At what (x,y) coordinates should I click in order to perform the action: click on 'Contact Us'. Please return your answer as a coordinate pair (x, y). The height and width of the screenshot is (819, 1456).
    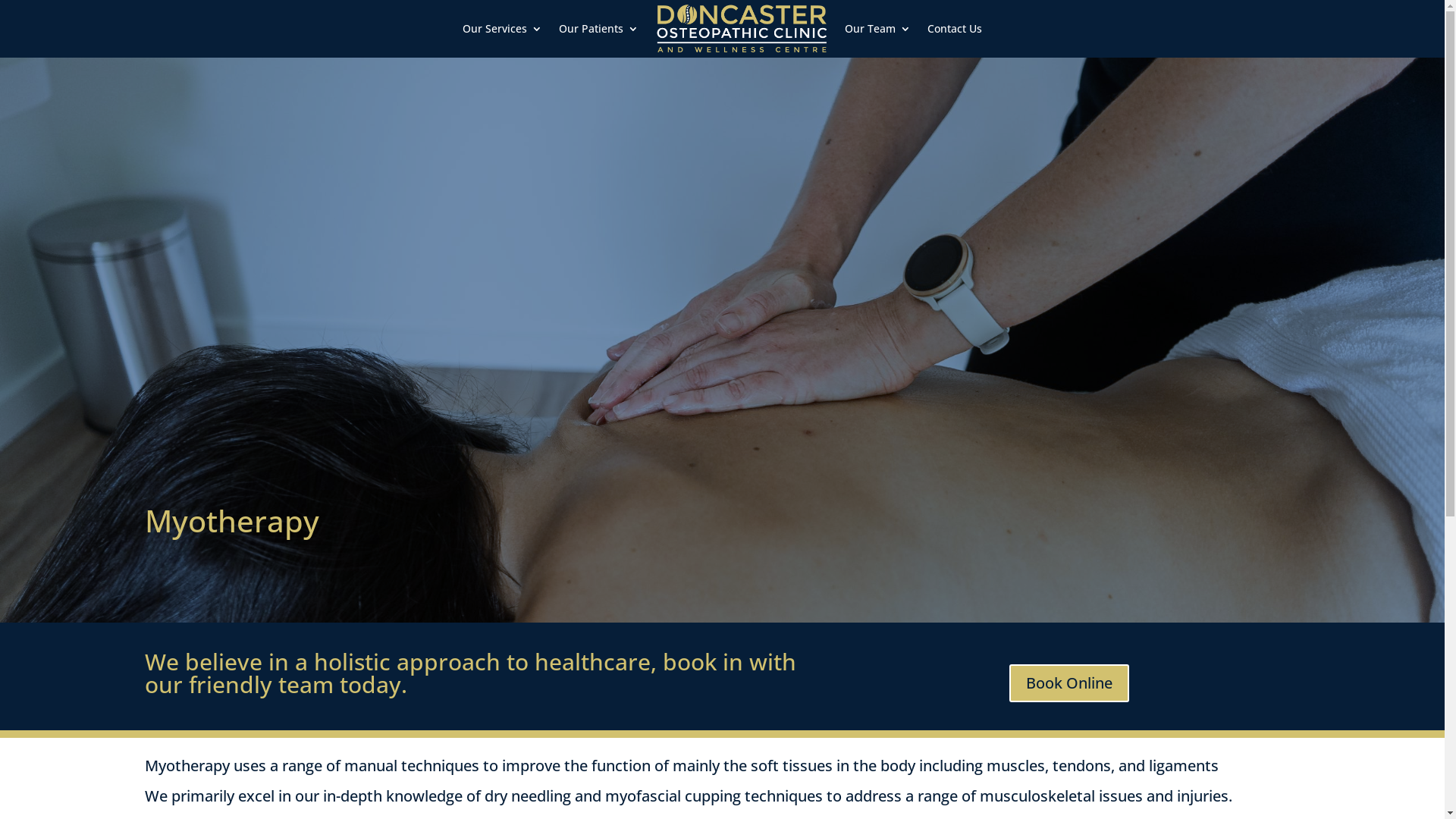
    Looking at the image, I should click on (953, 29).